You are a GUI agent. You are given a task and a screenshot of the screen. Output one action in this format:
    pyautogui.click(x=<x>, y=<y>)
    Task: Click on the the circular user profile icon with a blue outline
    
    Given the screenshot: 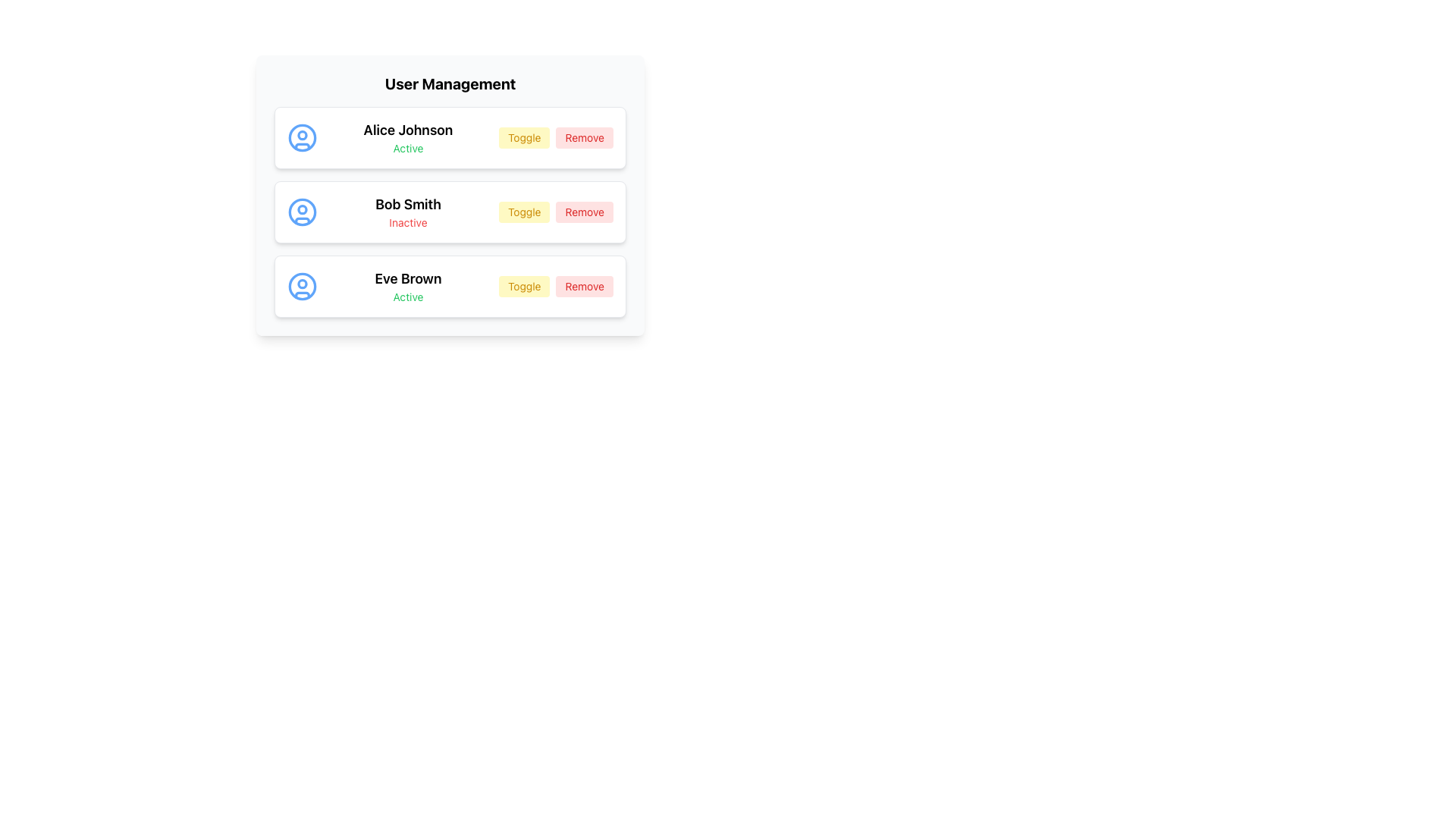 What is the action you would take?
    pyautogui.click(x=302, y=137)
    